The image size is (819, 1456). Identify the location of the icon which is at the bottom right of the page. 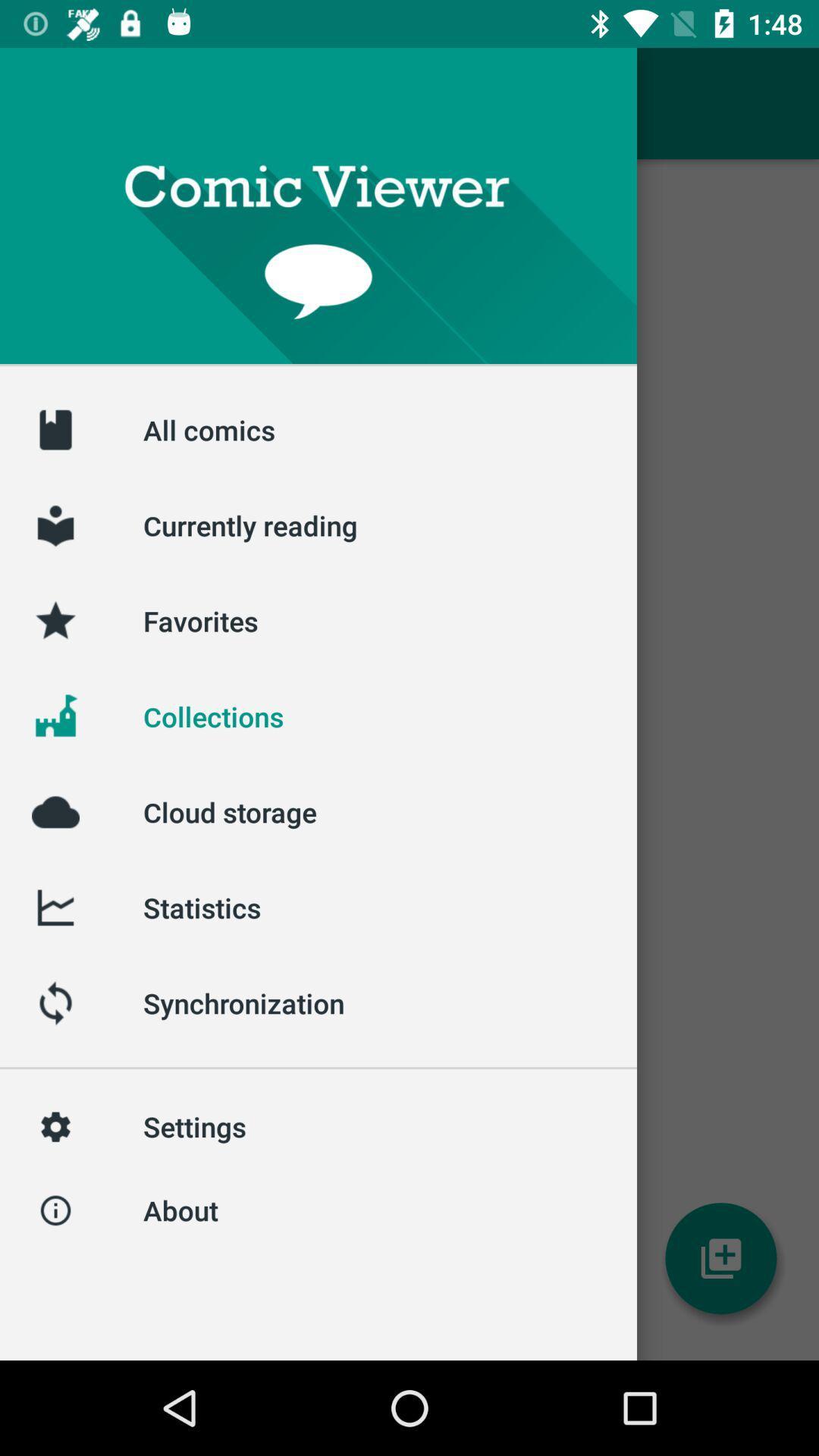
(720, 1259).